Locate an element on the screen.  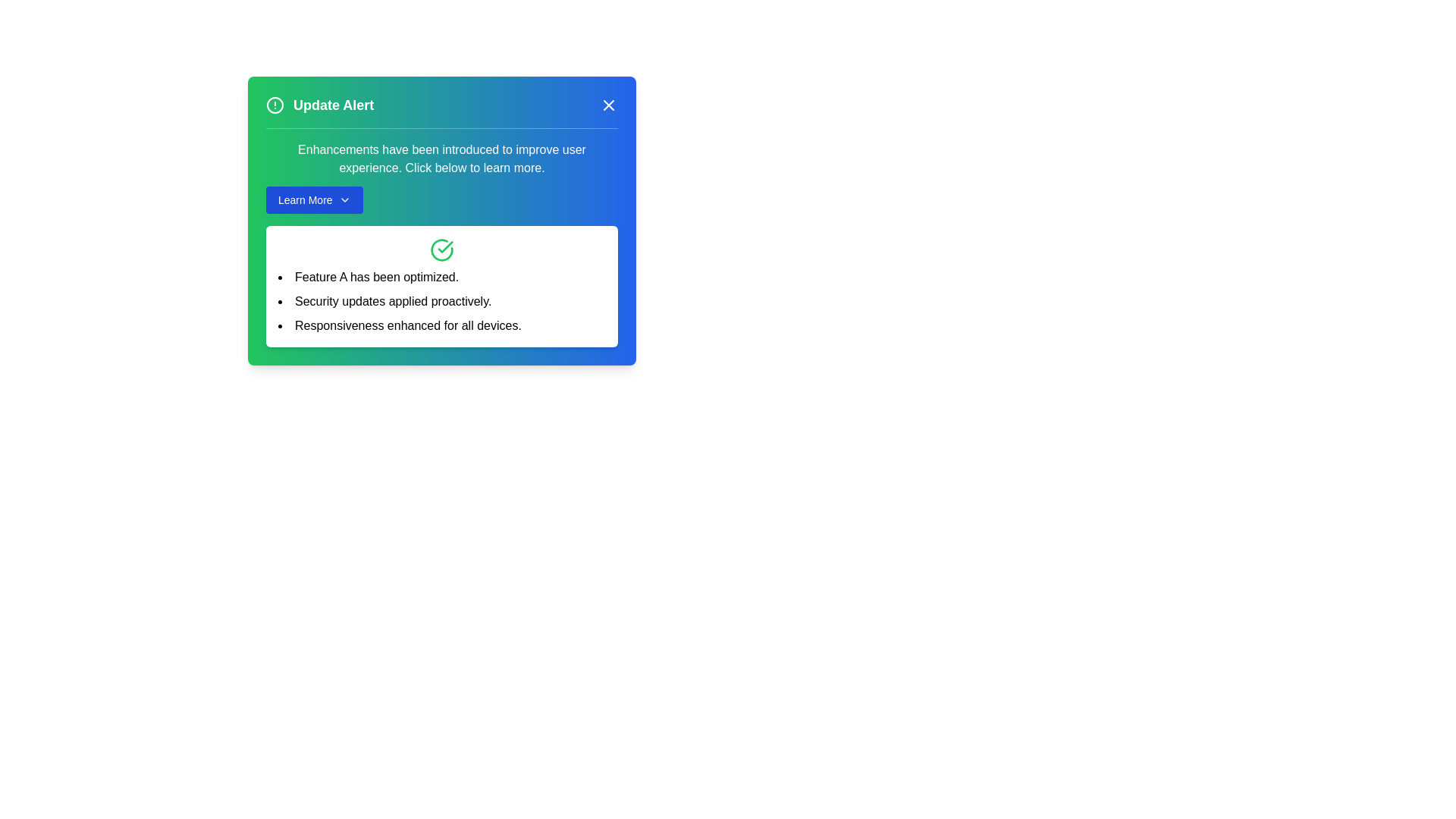
close button (X) on the alert panel to dismiss it is located at coordinates (608, 104).